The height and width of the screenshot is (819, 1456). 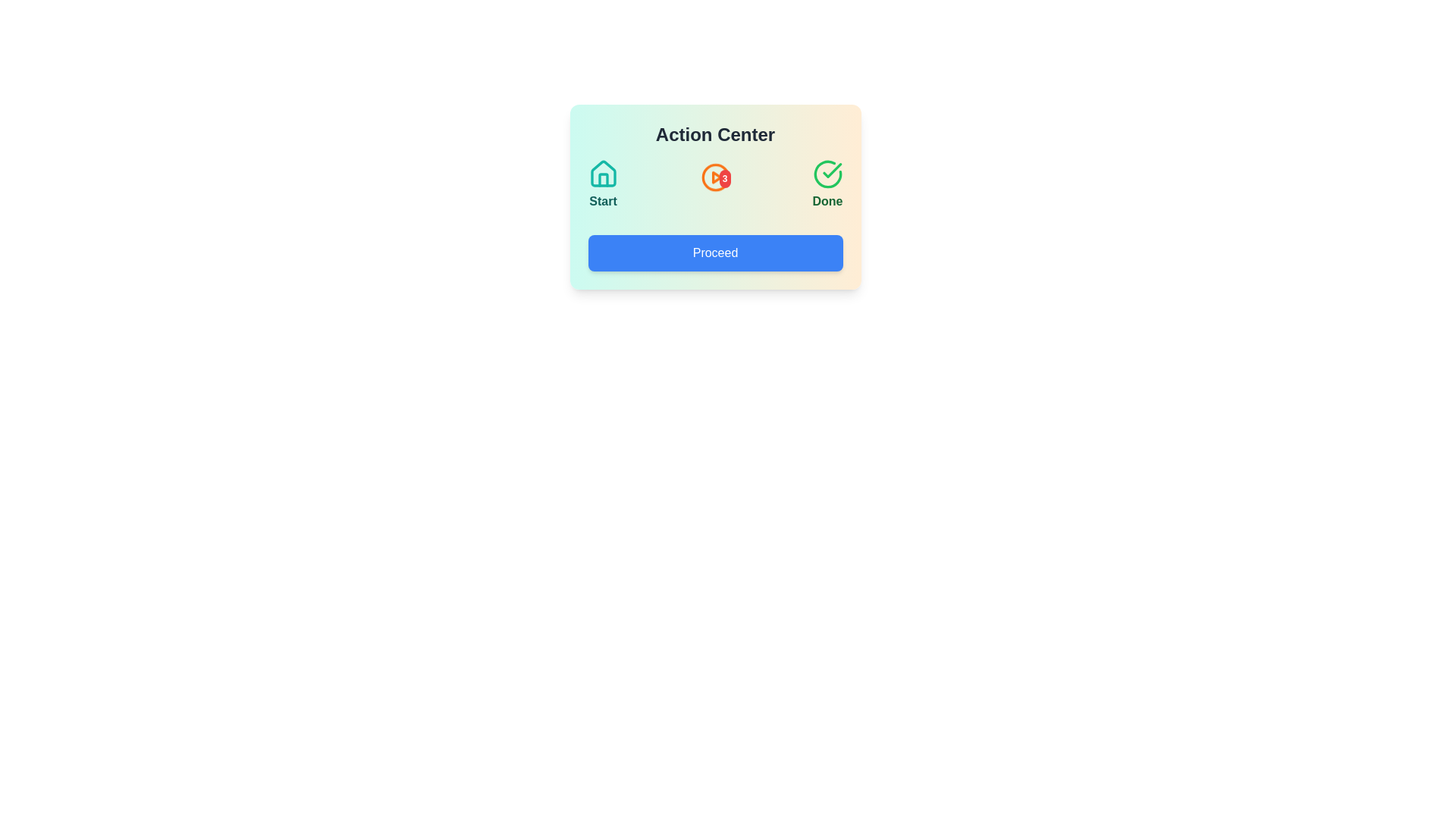 What do you see at coordinates (602, 174) in the screenshot?
I see `the 'Start' action icon located in the upper-left section of the card labeled 'Action Center', which is the leftmost of three horizontally aligned icons` at bounding box center [602, 174].